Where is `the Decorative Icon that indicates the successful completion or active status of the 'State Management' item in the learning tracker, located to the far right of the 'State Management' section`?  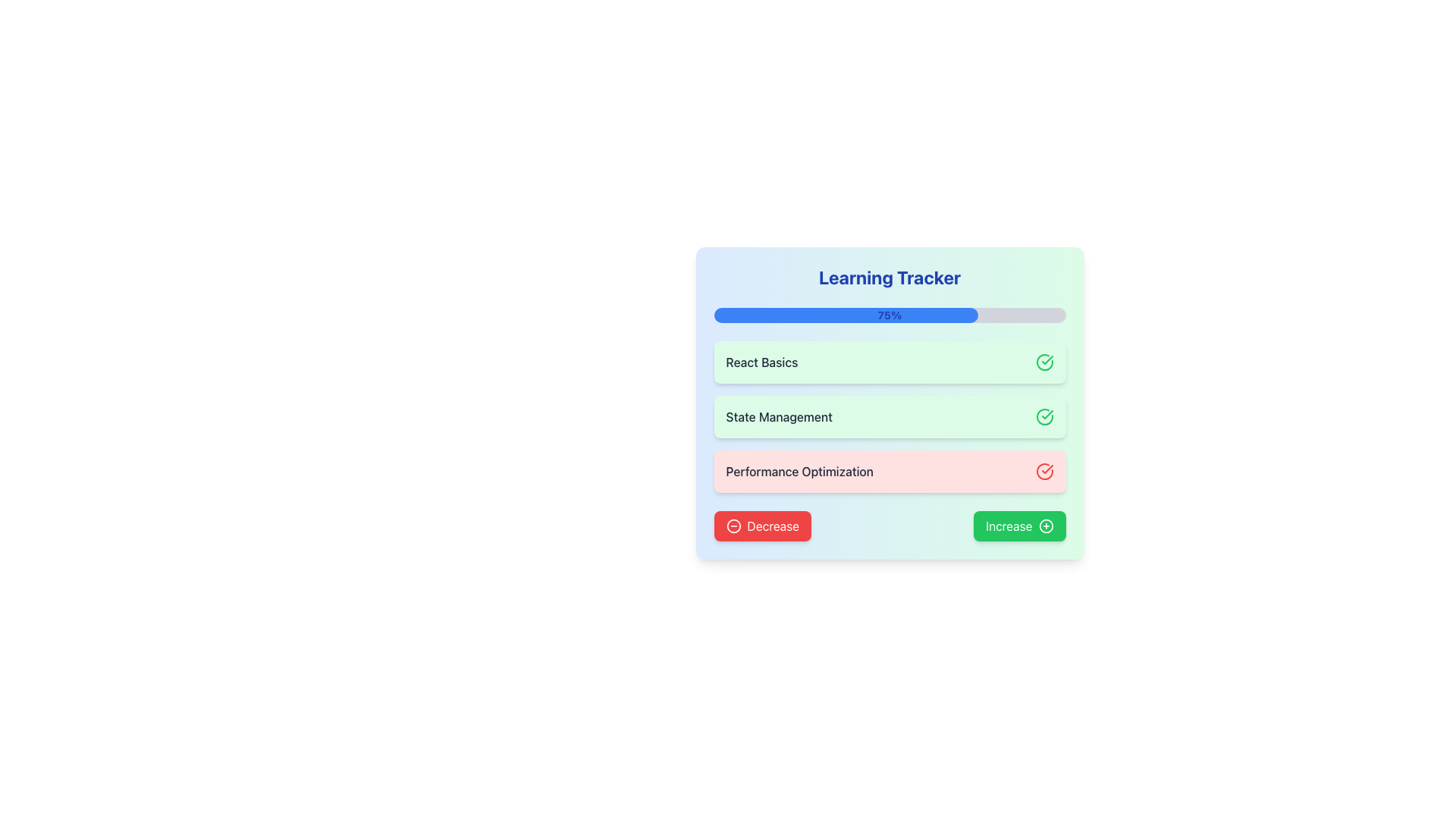 the Decorative Icon that indicates the successful completion or active status of the 'State Management' item in the learning tracker, located to the far right of the 'State Management' section is located at coordinates (1043, 417).